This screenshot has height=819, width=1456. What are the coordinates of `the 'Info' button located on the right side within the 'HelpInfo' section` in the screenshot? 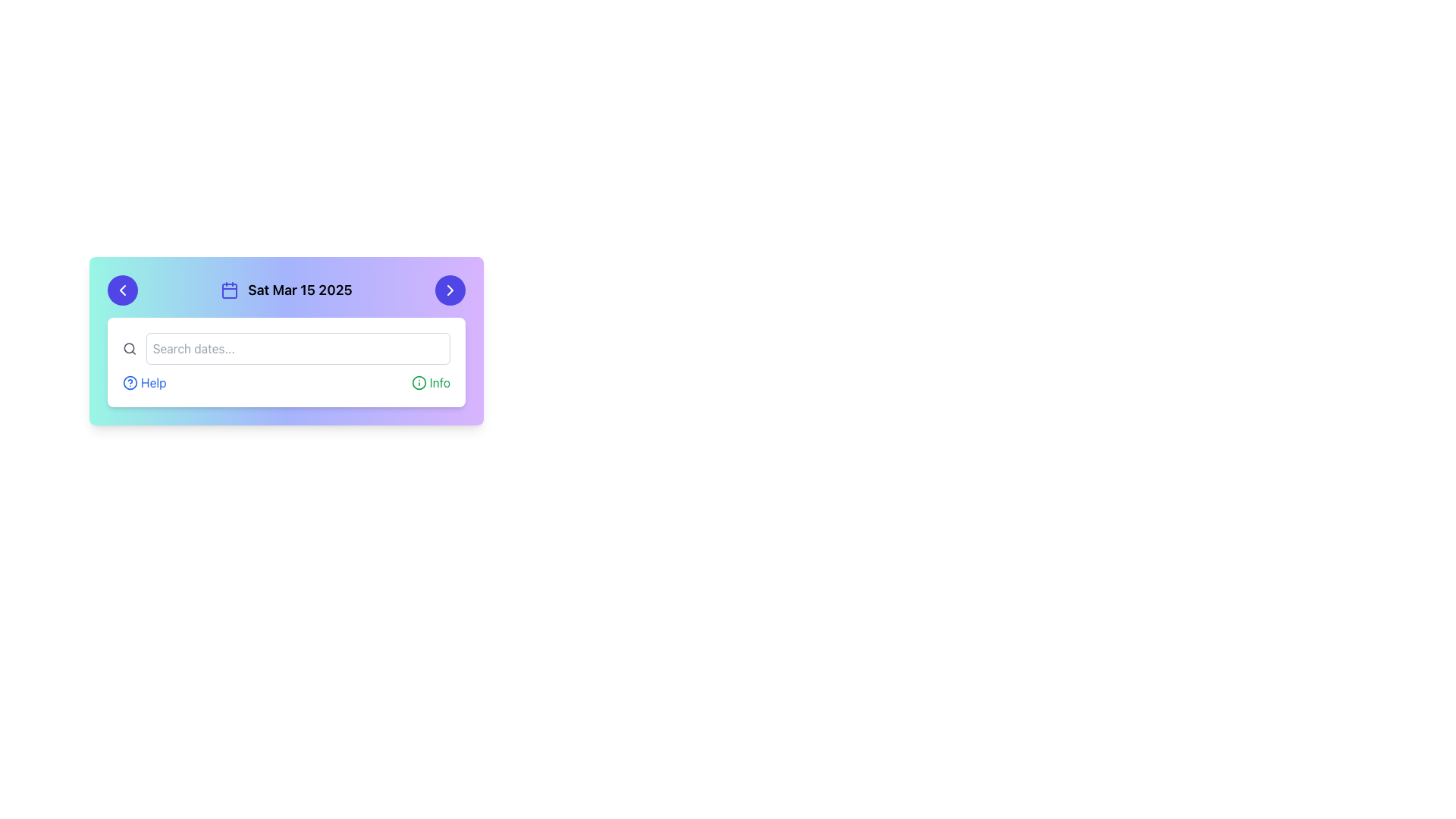 It's located at (430, 382).